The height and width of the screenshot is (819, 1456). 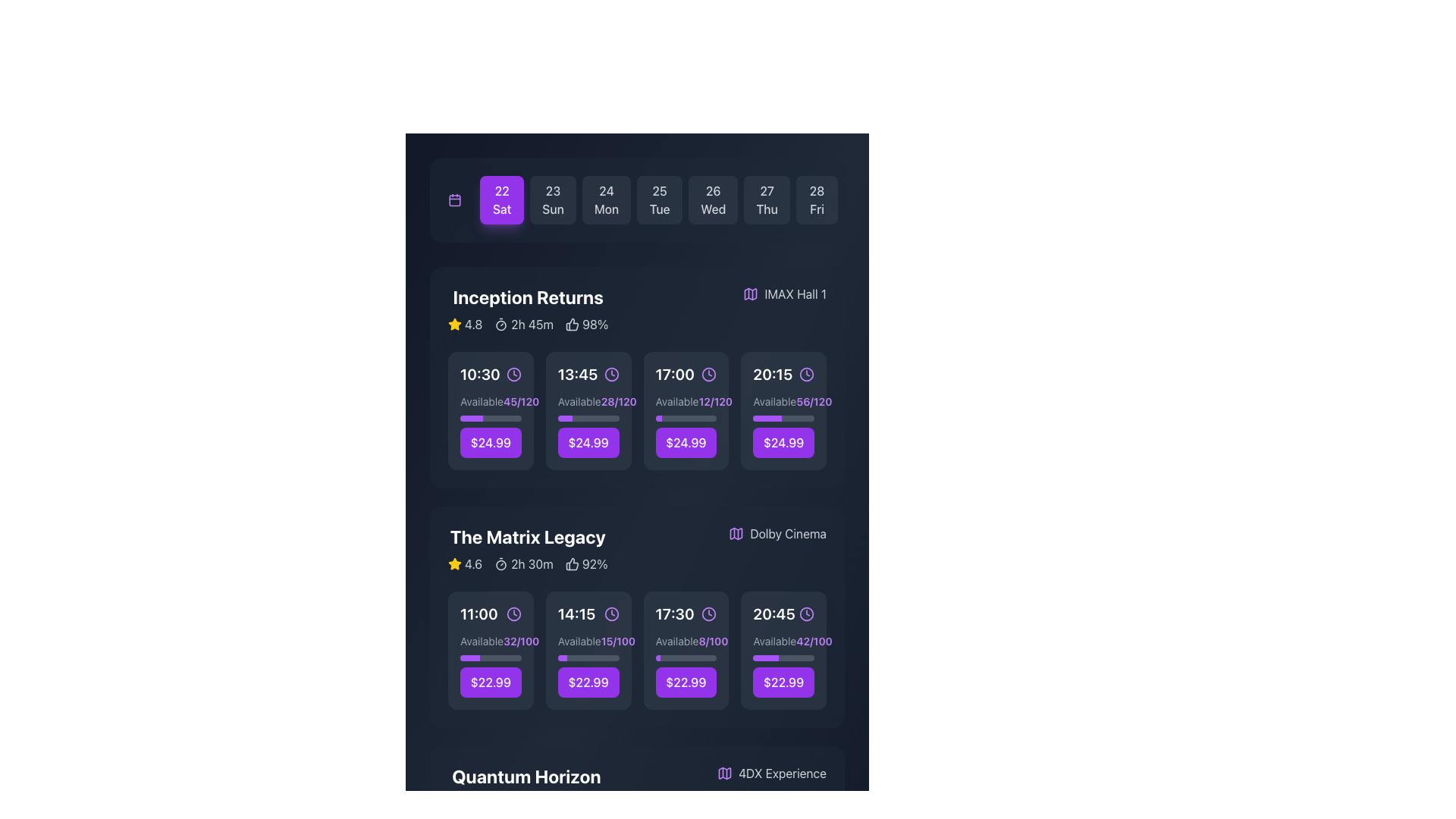 I want to click on the yellow star icon displaying a rating of '4.8' located in the top portion of the 'Inception Returns' movie section, before the runtime and approval percentage indicators, so click(x=464, y=324).